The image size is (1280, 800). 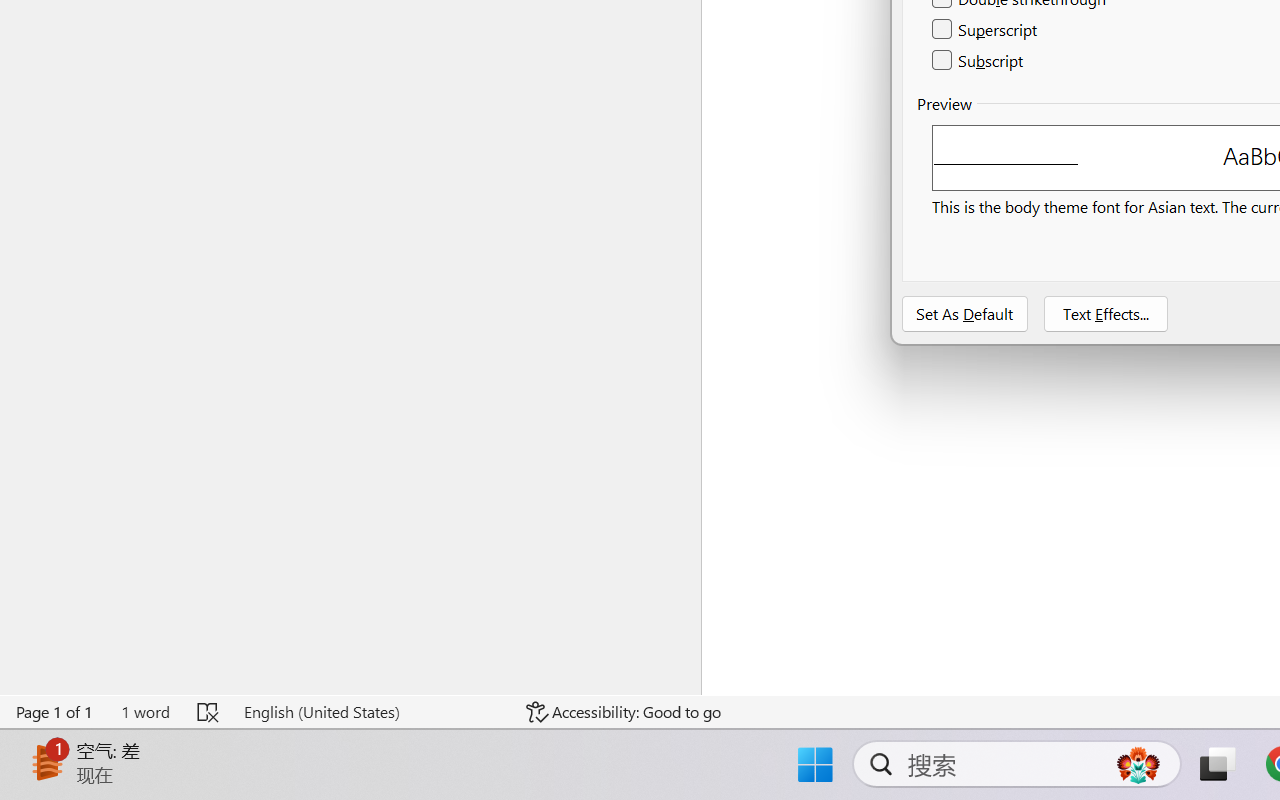 I want to click on 'Spelling and Grammar Check Errors', so click(x=209, y=711).